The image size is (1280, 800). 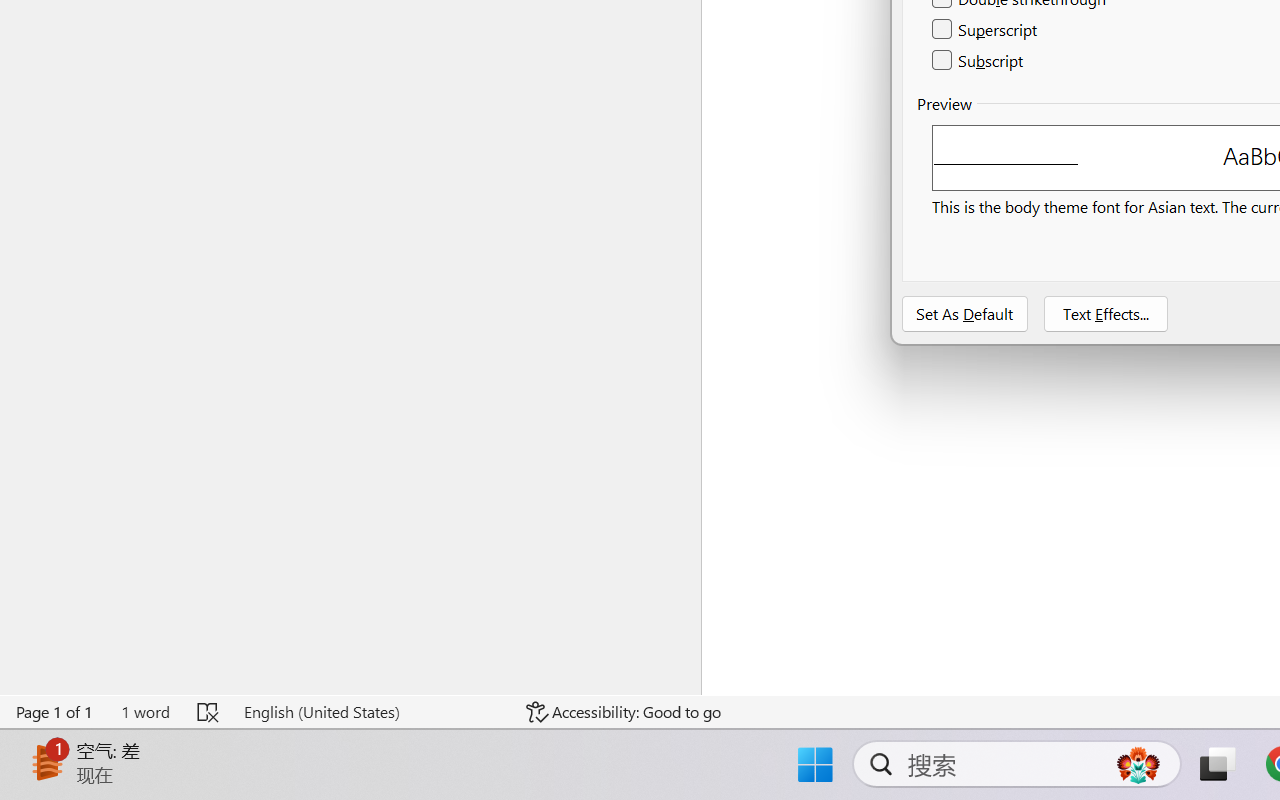 I want to click on 'Spelling and Grammar Check Errors', so click(x=209, y=711).